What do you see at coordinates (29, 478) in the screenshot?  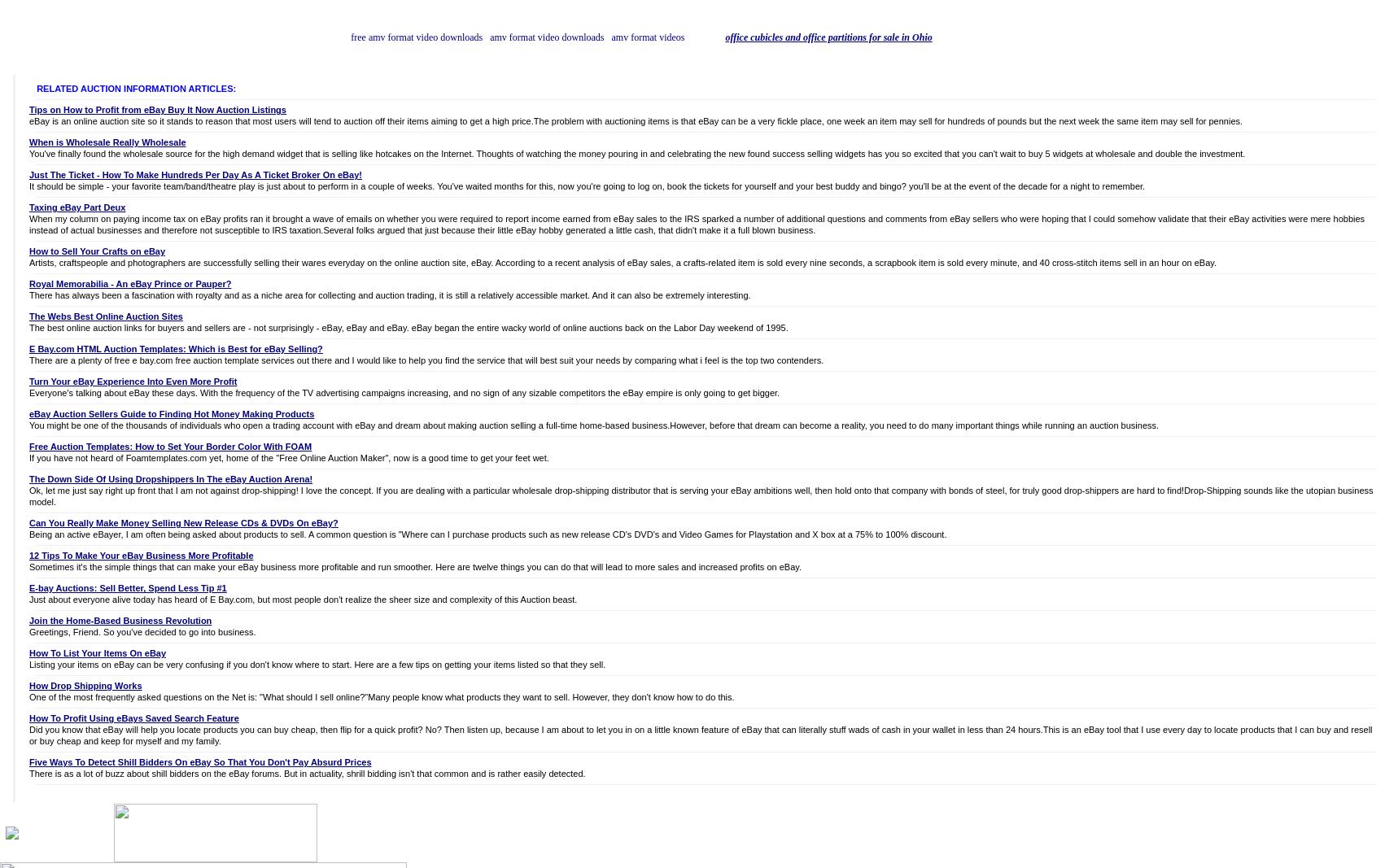 I see `'The Down Side Of Using
        Dropshippers In The eBay Auction Arena!'` at bounding box center [29, 478].